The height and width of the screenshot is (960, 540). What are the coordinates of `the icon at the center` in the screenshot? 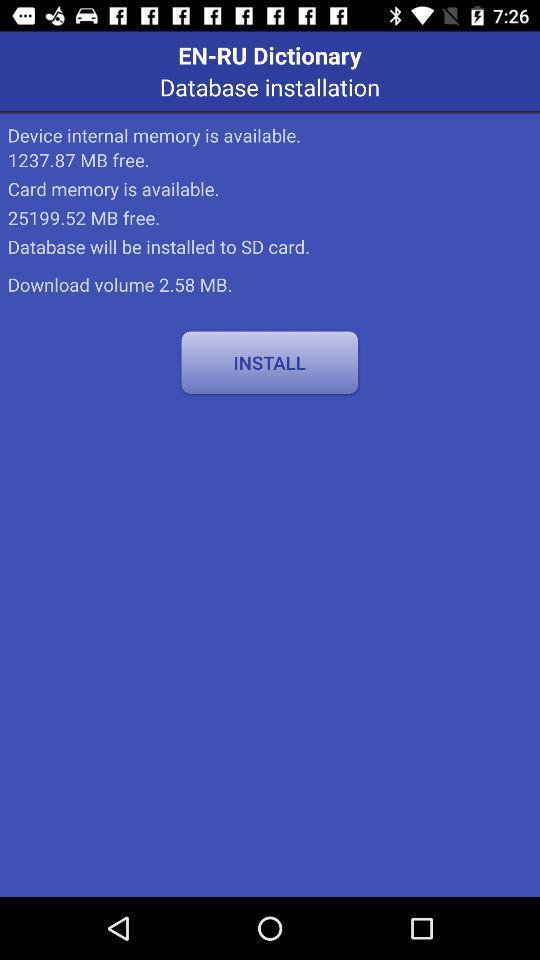 It's located at (269, 361).